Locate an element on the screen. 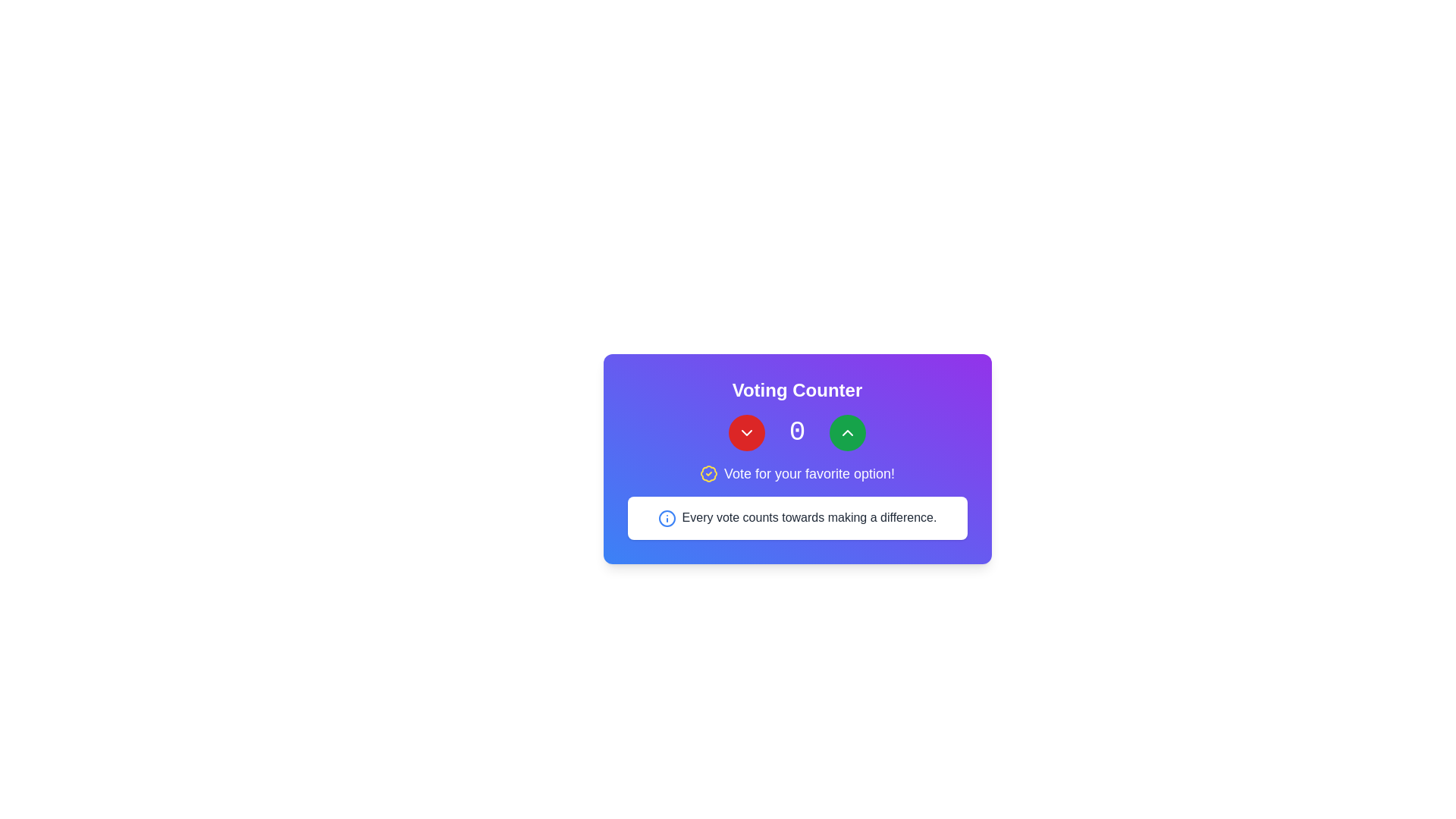 The image size is (1456, 819). value displayed on the central Text label that shows a count or numeric value, positioned between a red button on the left and a green button on the right is located at coordinates (796, 432).